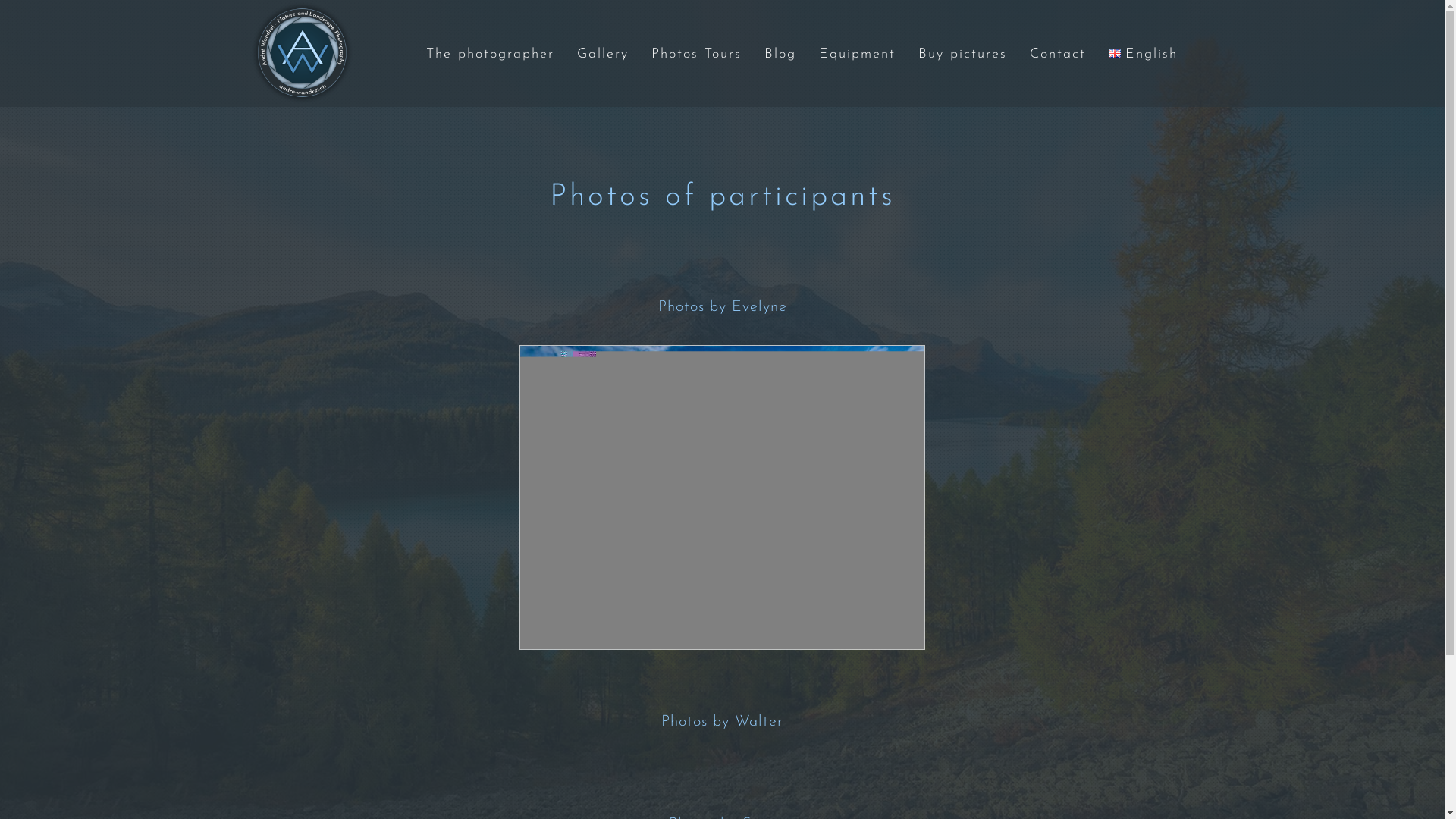 The image size is (1456, 819). What do you see at coordinates (780, 54) in the screenshot?
I see `'Blog'` at bounding box center [780, 54].